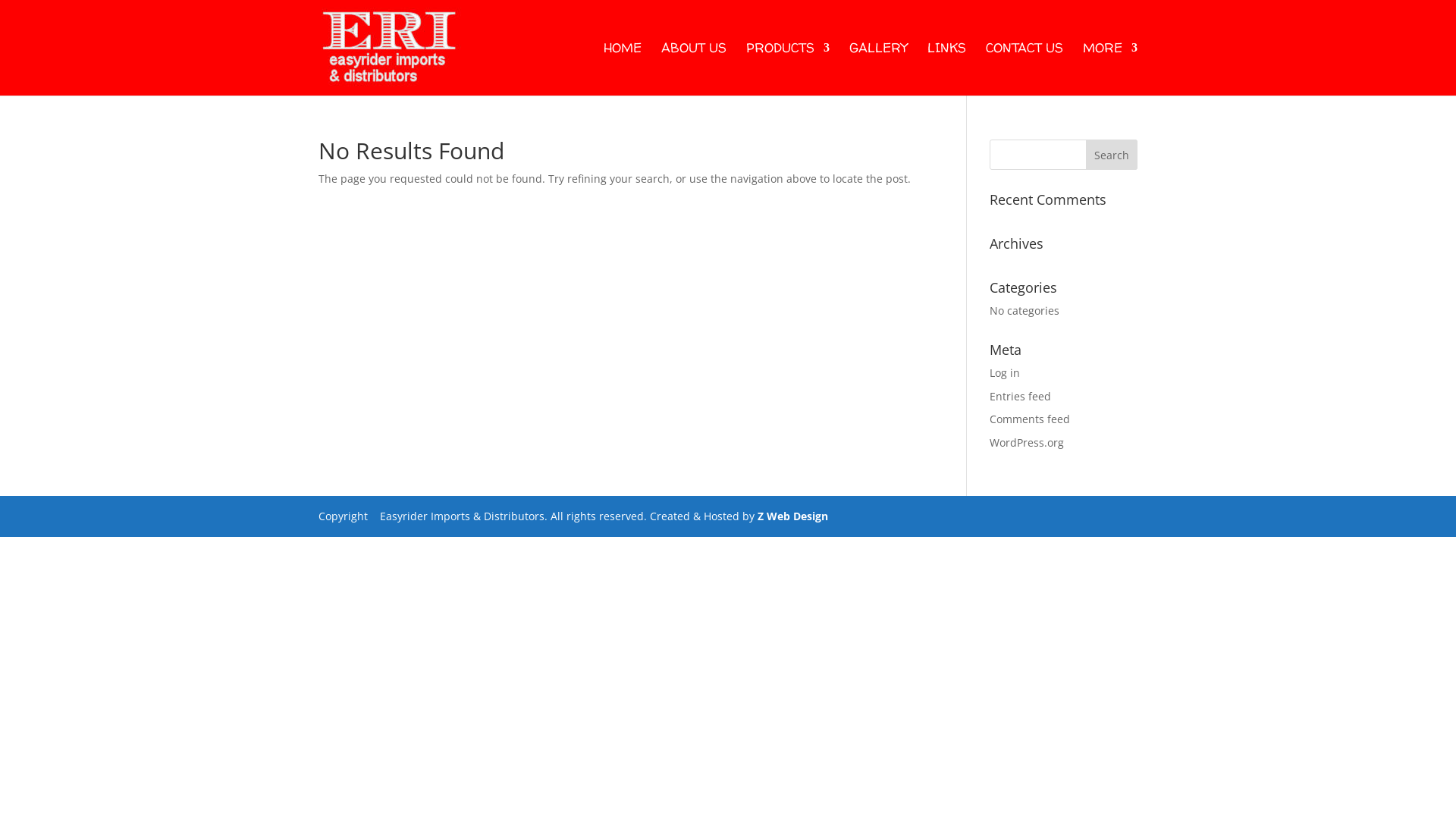  Describe the element at coordinates (1110, 69) in the screenshot. I see `'MORE'` at that location.